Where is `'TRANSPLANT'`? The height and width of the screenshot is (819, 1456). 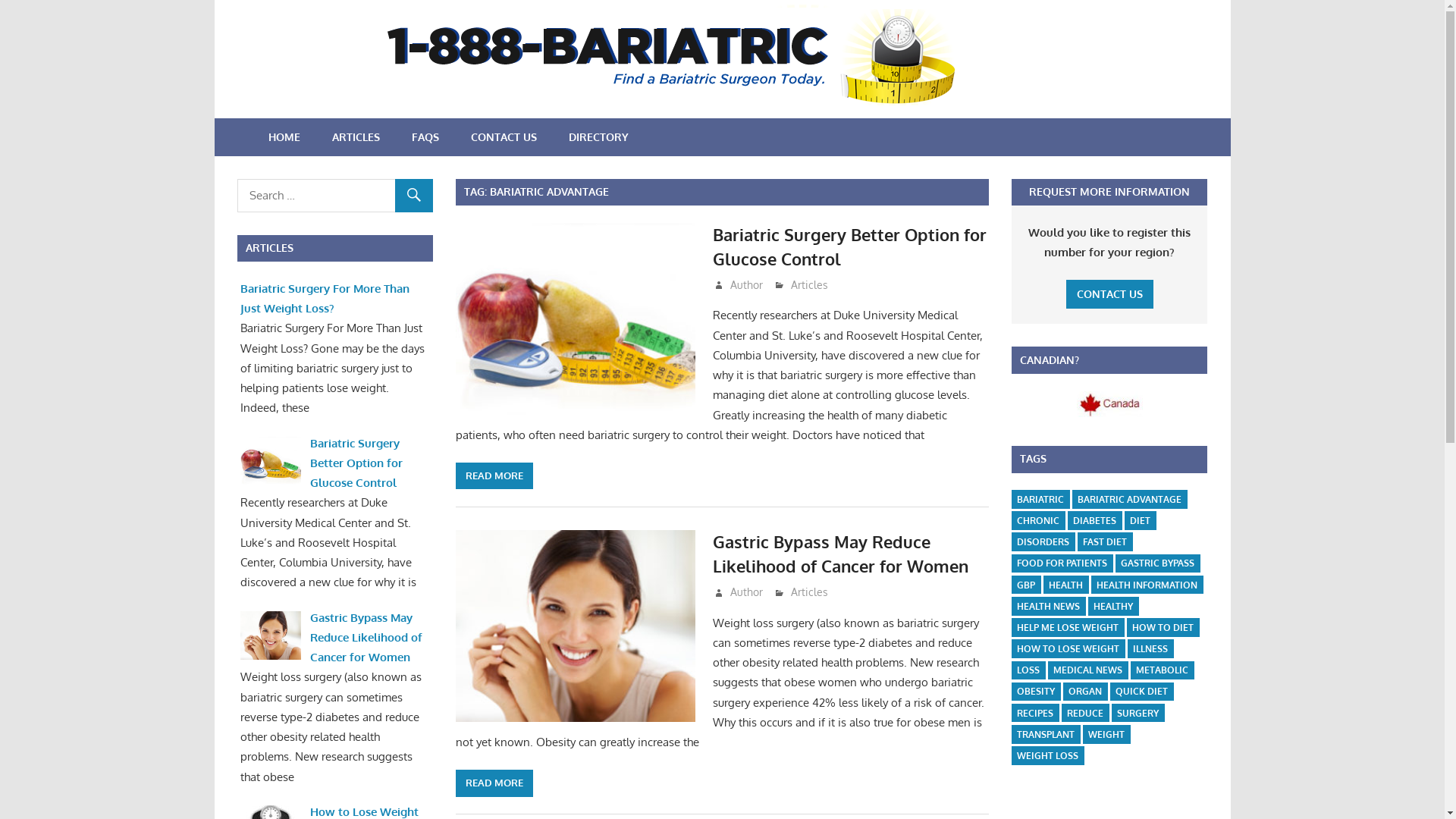
'TRANSPLANT' is located at coordinates (1044, 733).